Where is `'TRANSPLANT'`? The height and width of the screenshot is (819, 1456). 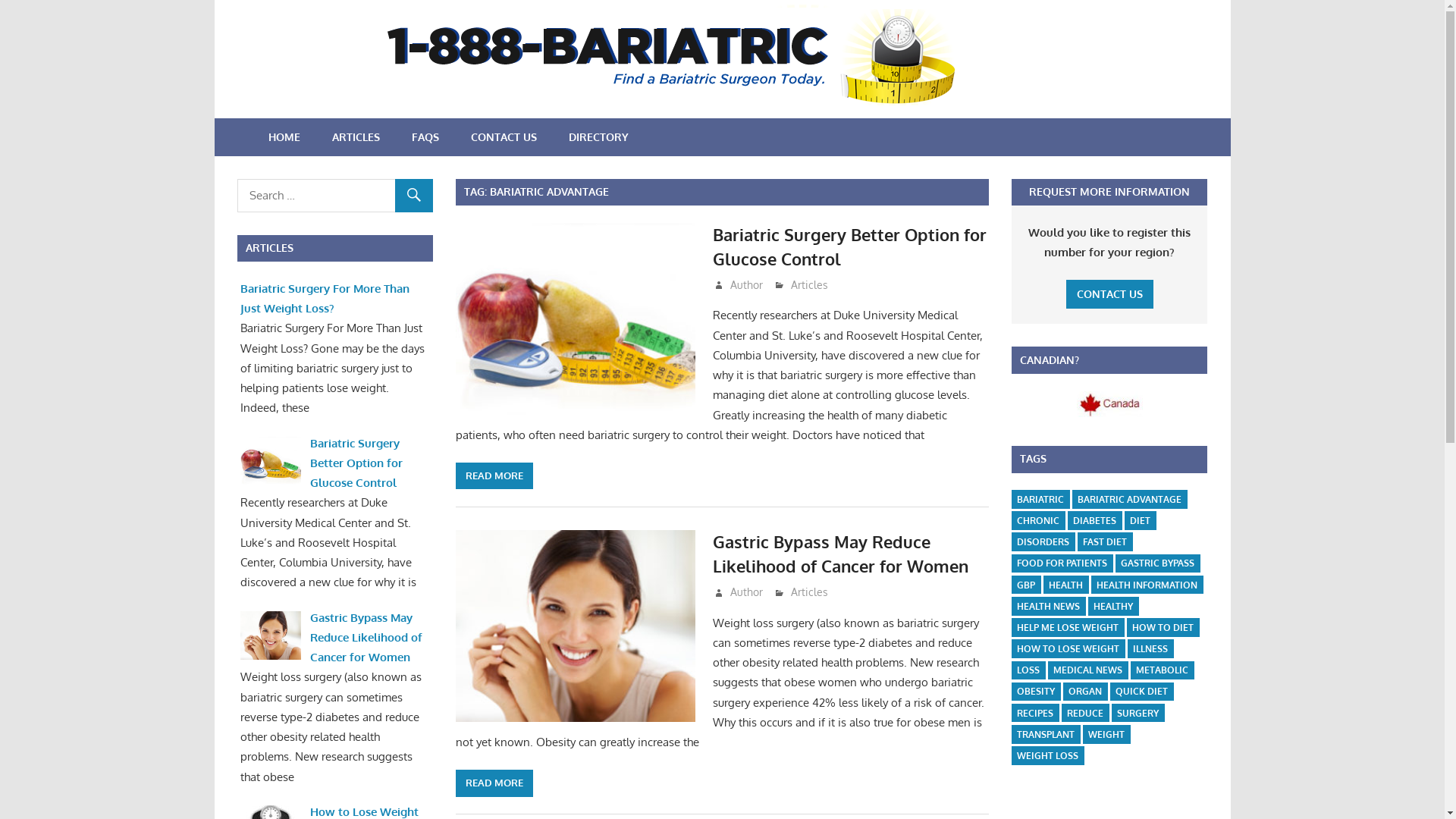
'TRANSPLANT' is located at coordinates (1044, 733).